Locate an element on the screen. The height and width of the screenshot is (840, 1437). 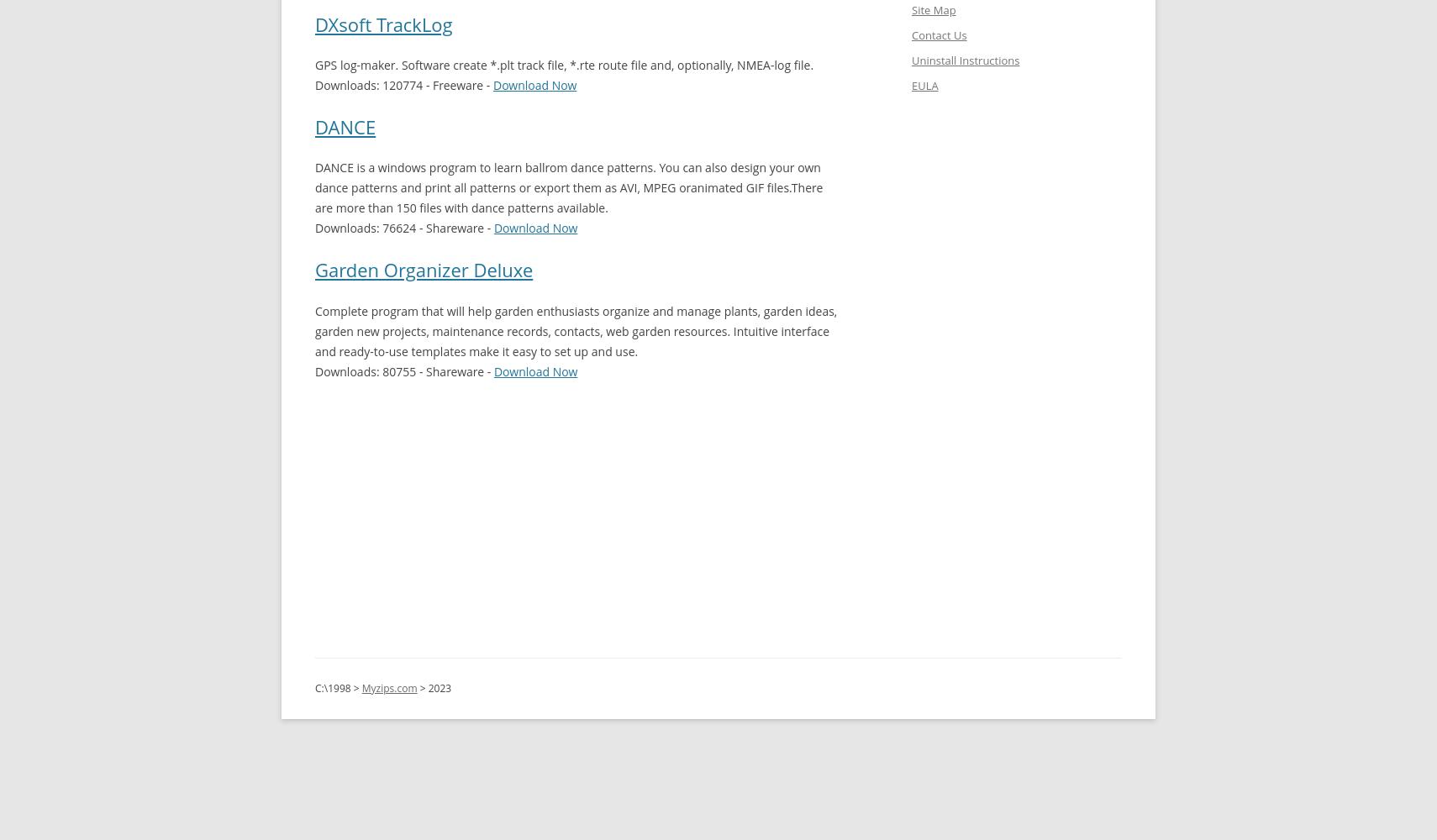
'GPS log-maker. Software create *.plt track file, *.rte route file and, optionally, NMEA-log file.' is located at coordinates (564, 64).